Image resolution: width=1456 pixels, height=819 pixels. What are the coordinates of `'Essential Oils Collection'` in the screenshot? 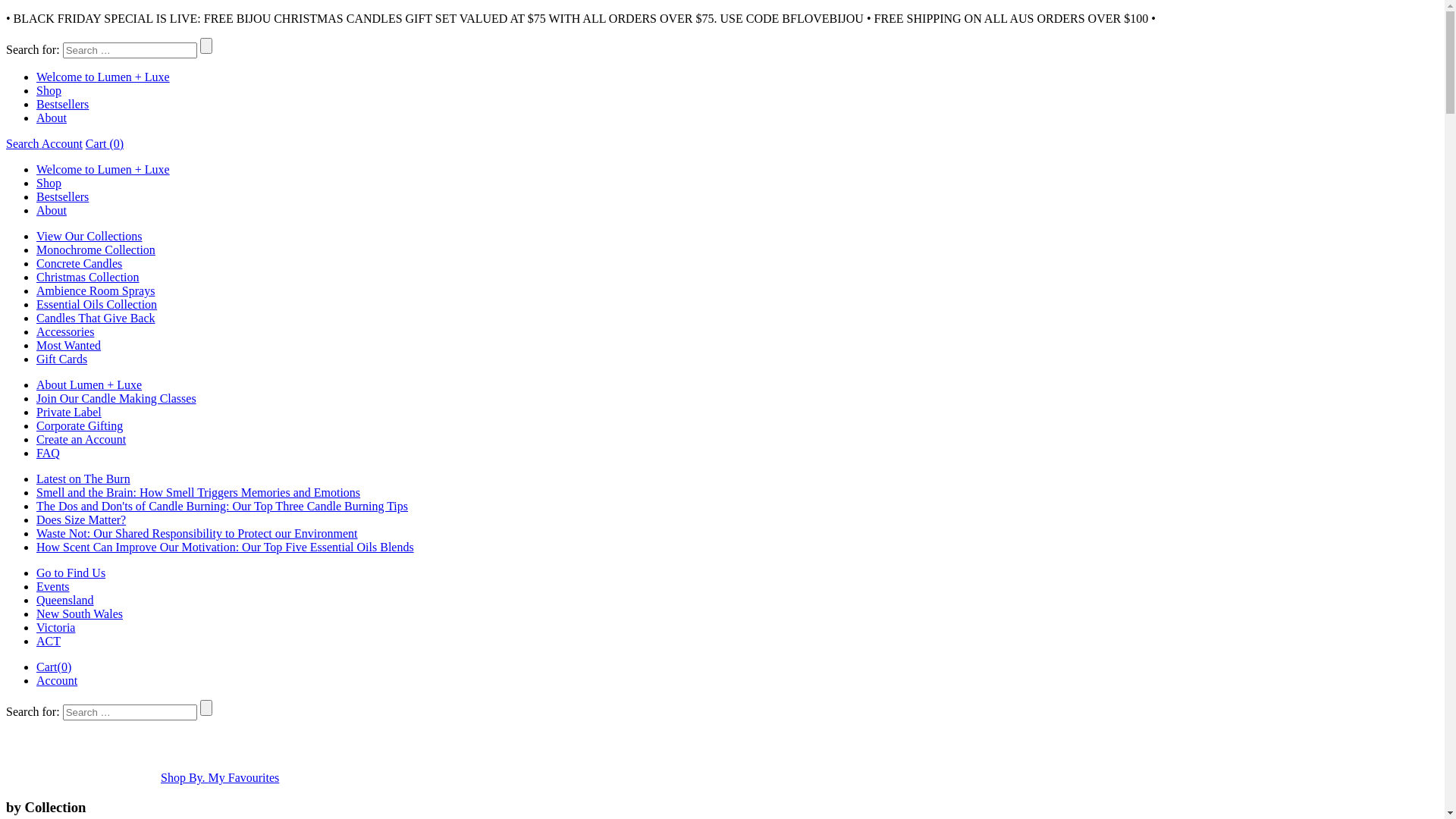 It's located at (96, 304).